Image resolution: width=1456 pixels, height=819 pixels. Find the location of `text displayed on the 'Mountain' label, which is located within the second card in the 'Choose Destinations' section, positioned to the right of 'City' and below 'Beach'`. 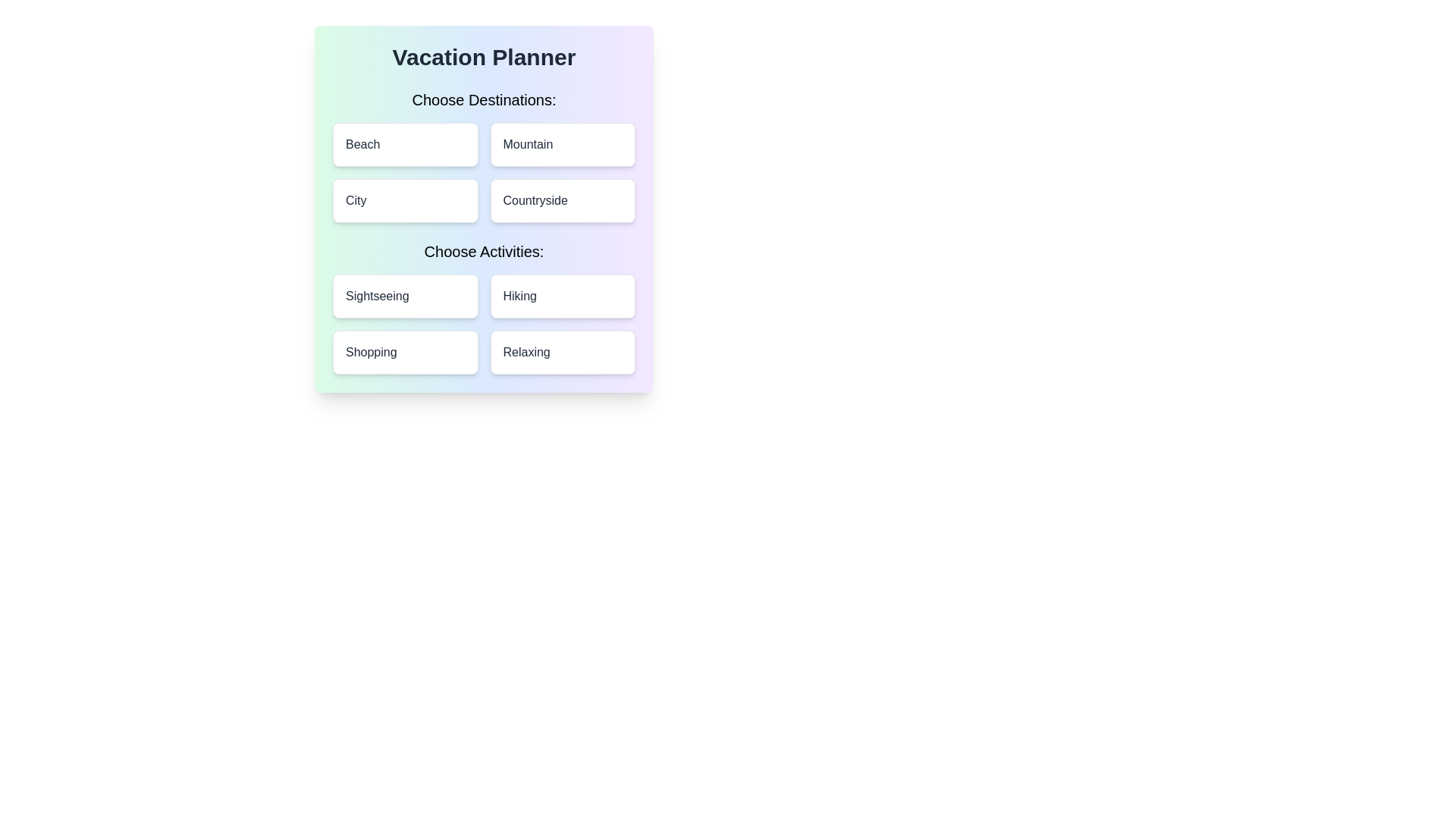

text displayed on the 'Mountain' label, which is located within the second card in the 'Choose Destinations' section, positioned to the right of 'City' and below 'Beach' is located at coordinates (528, 145).